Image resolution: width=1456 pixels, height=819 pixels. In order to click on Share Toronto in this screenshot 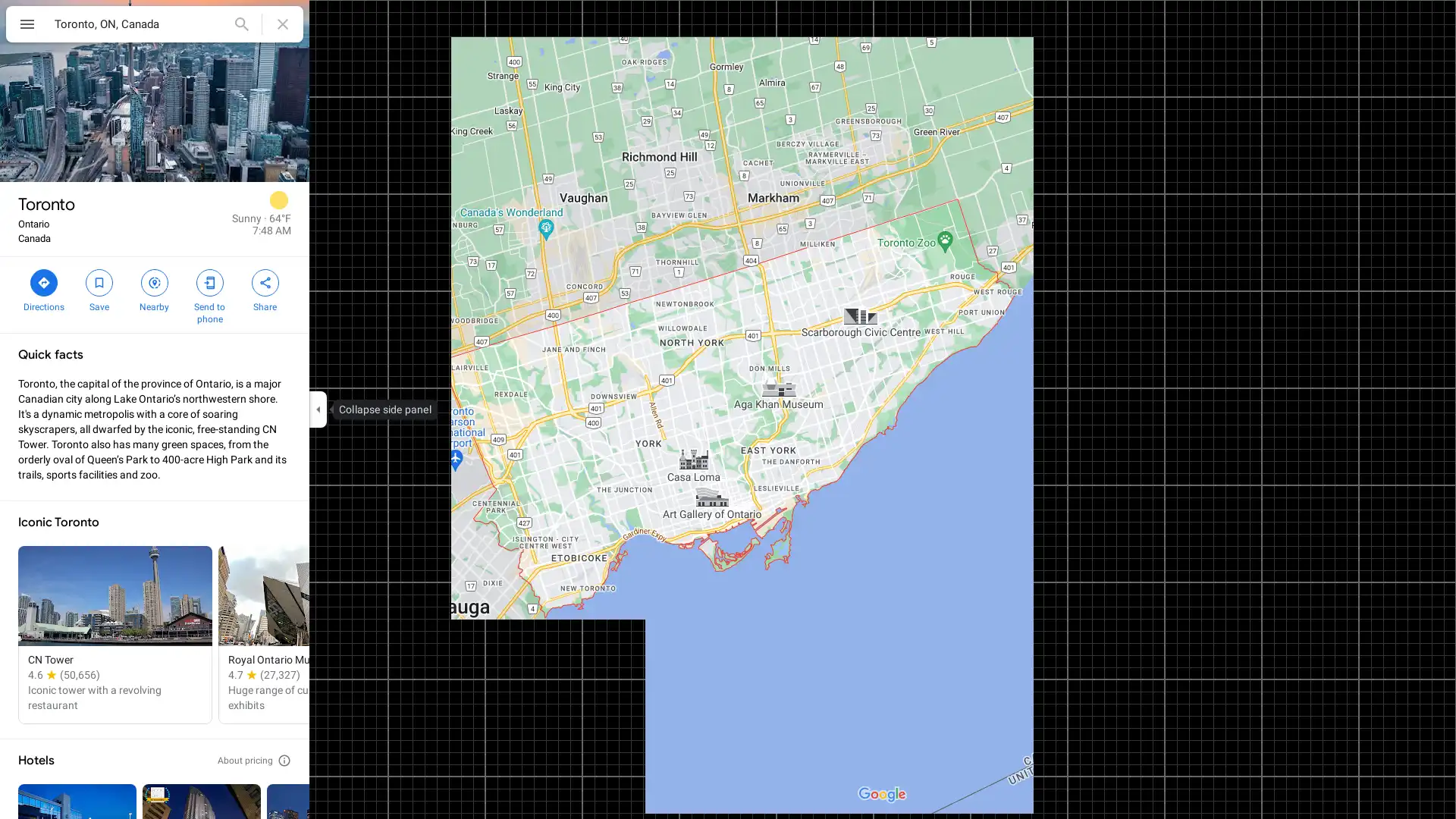, I will do `click(265, 289)`.